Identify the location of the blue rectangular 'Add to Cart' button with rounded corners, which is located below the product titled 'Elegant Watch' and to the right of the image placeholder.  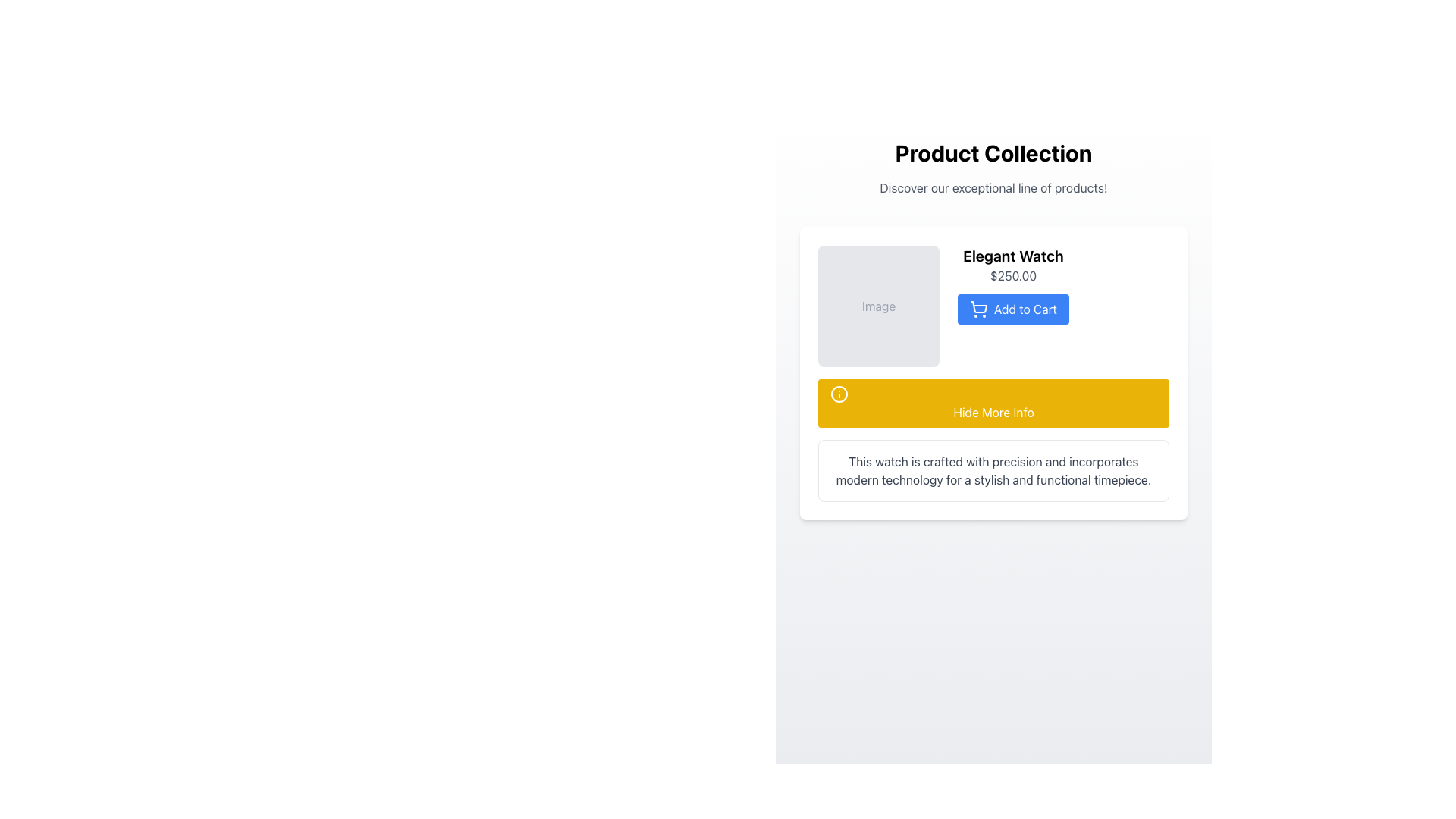
(1013, 306).